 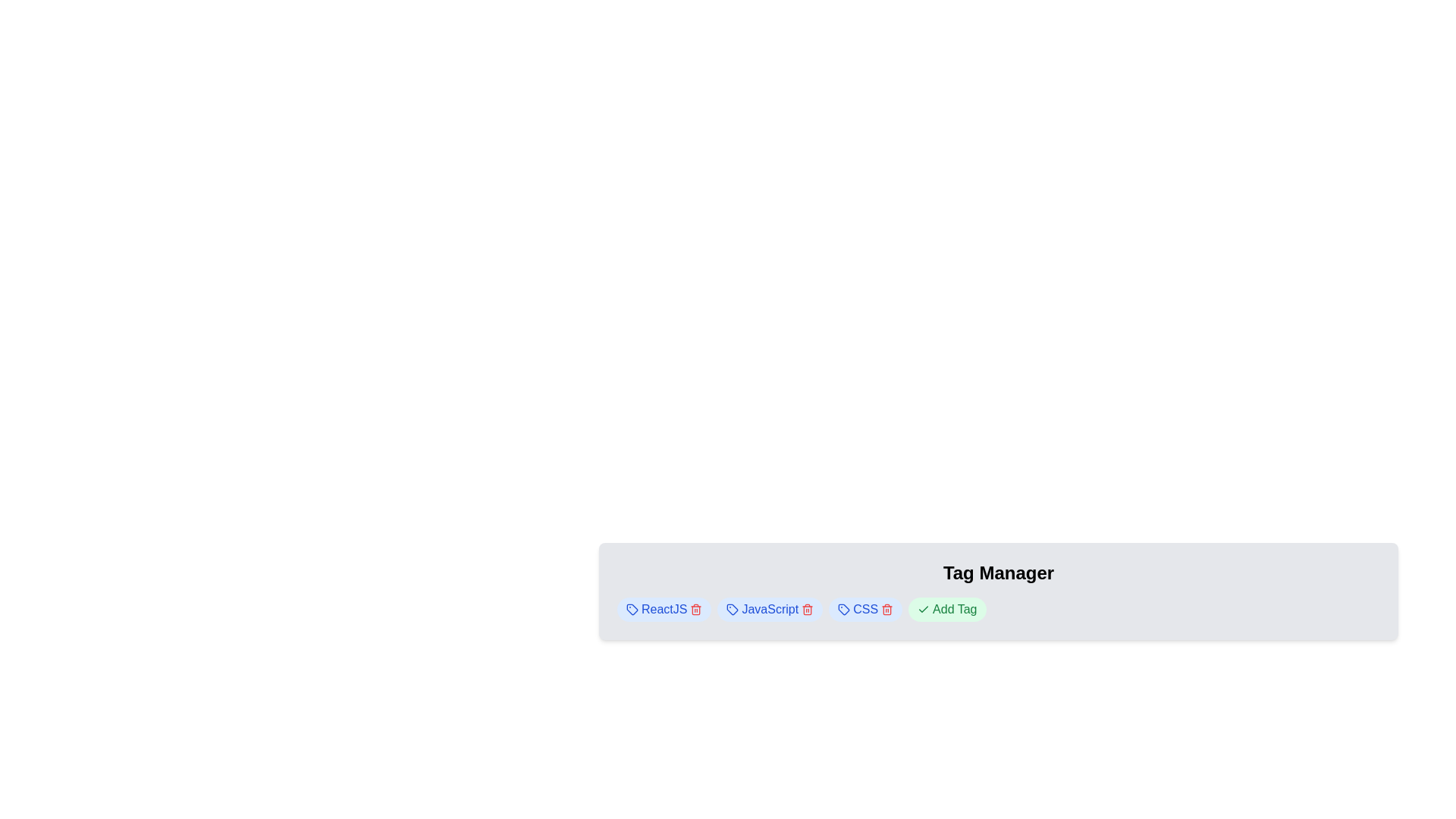 I want to click on the modern tag icon styled with a thin stroke and rounded edges, located to the left of the 'ReactJS' text label within a light blue rounded rectangular button, so click(x=632, y=608).